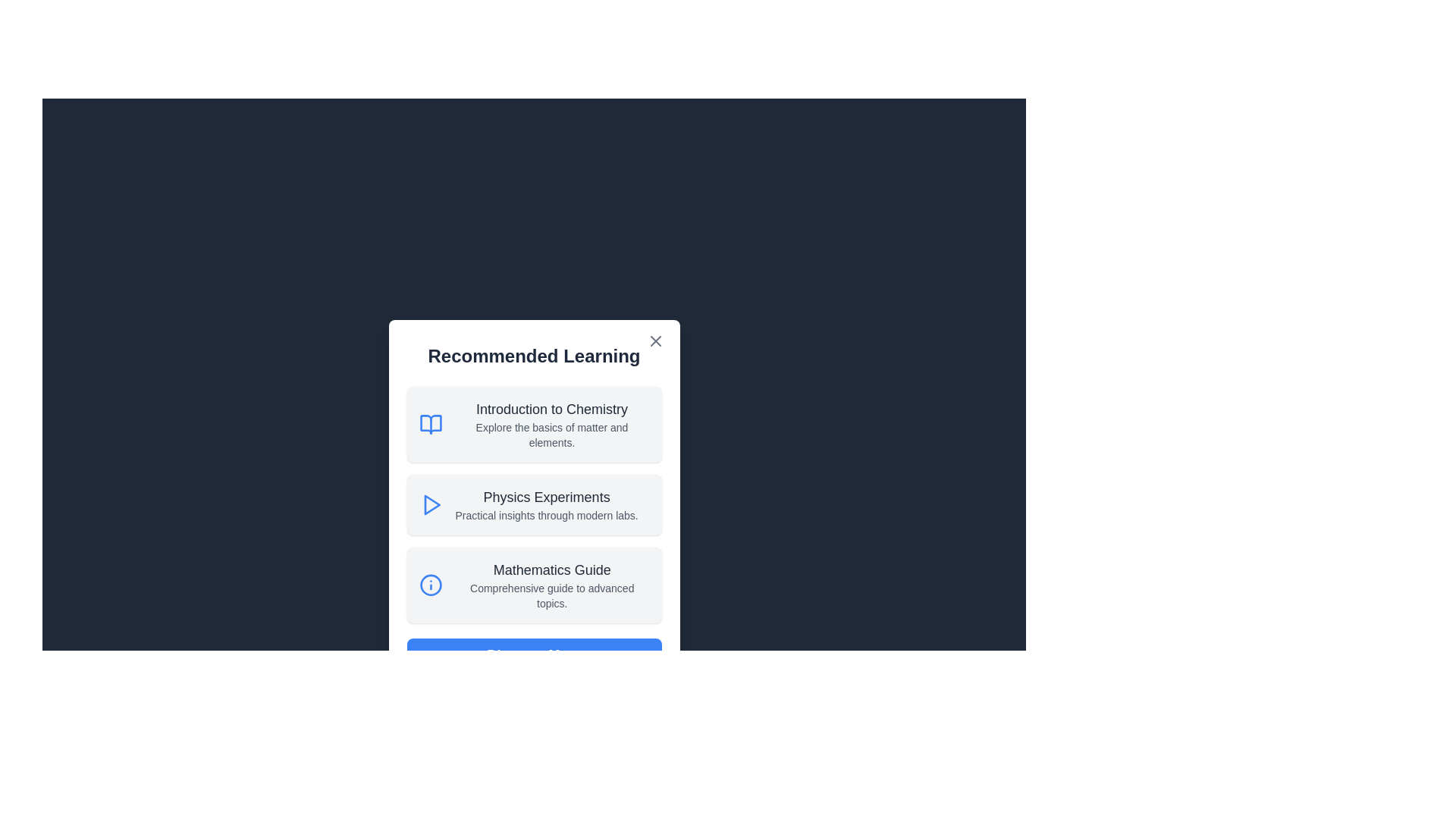 The height and width of the screenshot is (819, 1456). What do you see at coordinates (551, 424) in the screenshot?
I see `the Text block element that provides the title and description of a learning resource, located at the top of the 'Recommended Learning' list` at bounding box center [551, 424].